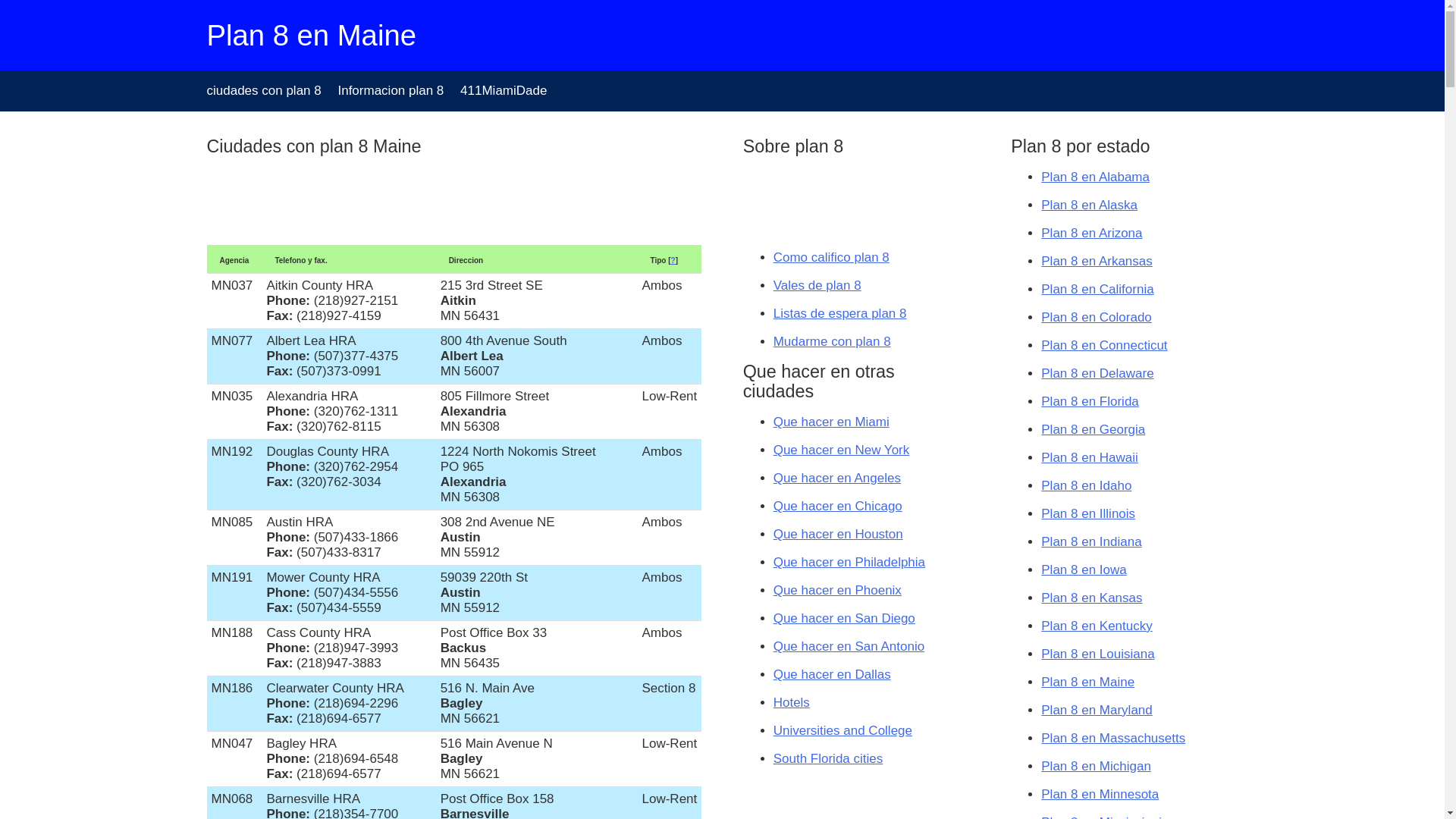 The image size is (1456, 819). What do you see at coordinates (831, 341) in the screenshot?
I see `'Mudarme con plan 8'` at bounding box center [831, 341].